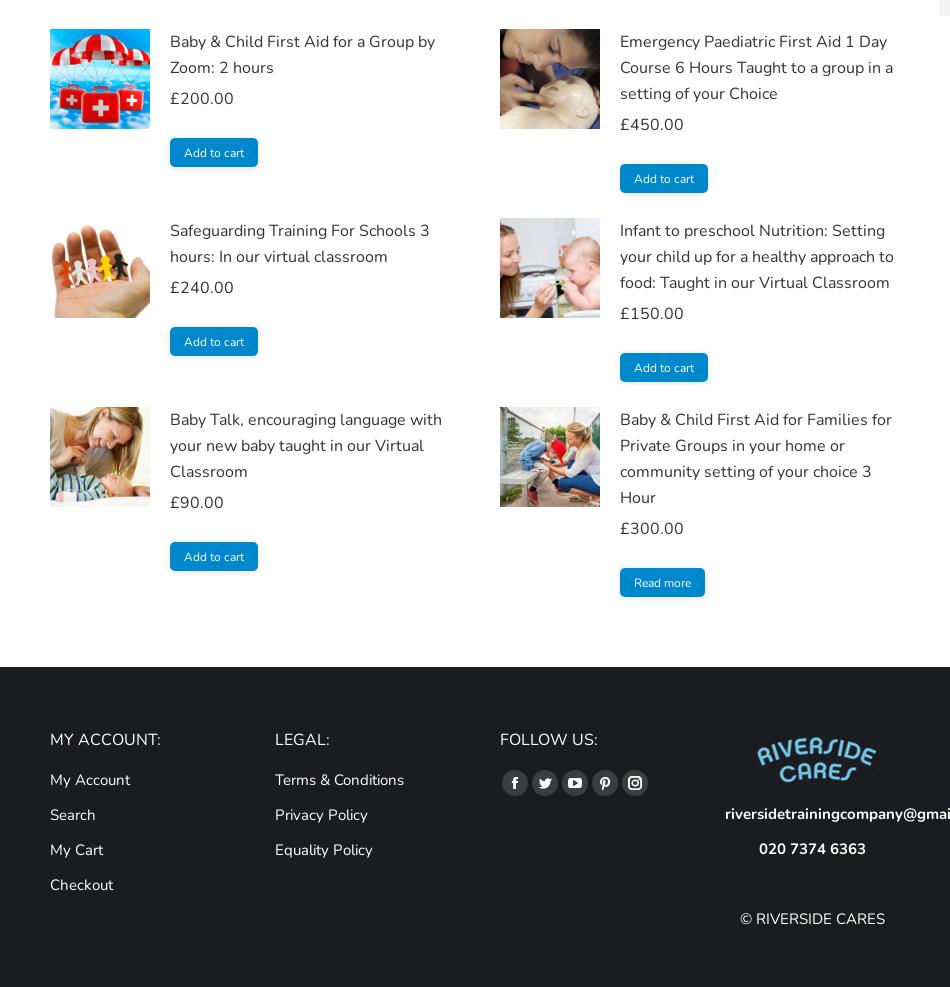 This screenshot has width=950, height=987. I want to click on '90.00', so click(201, 502).